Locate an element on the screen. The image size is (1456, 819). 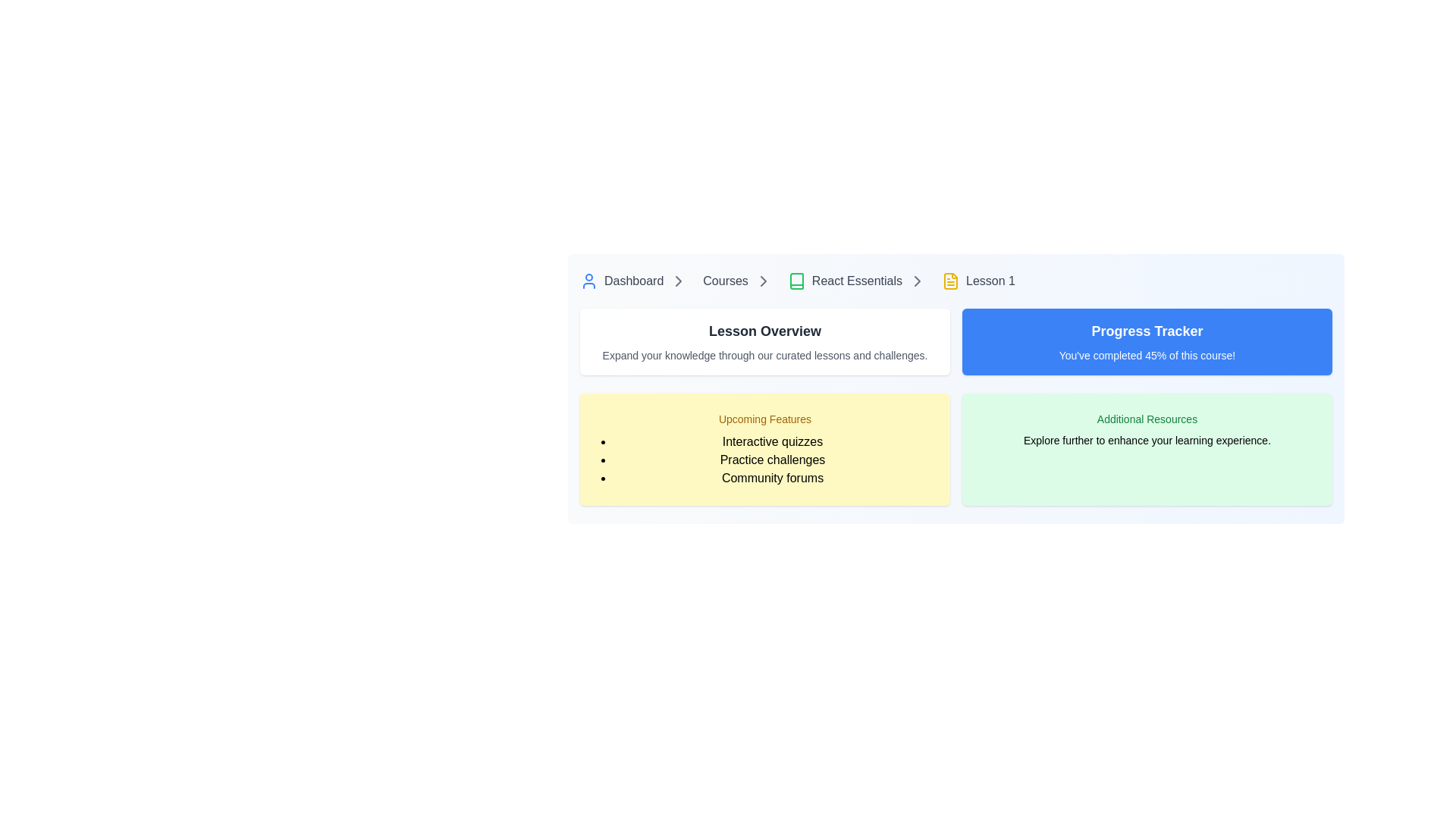
the small green book icon located between the 'Courses' and 'React Essentials' labels in the breadcrumb navigation at the top of the page for context information is located at coordinates (795, 281).